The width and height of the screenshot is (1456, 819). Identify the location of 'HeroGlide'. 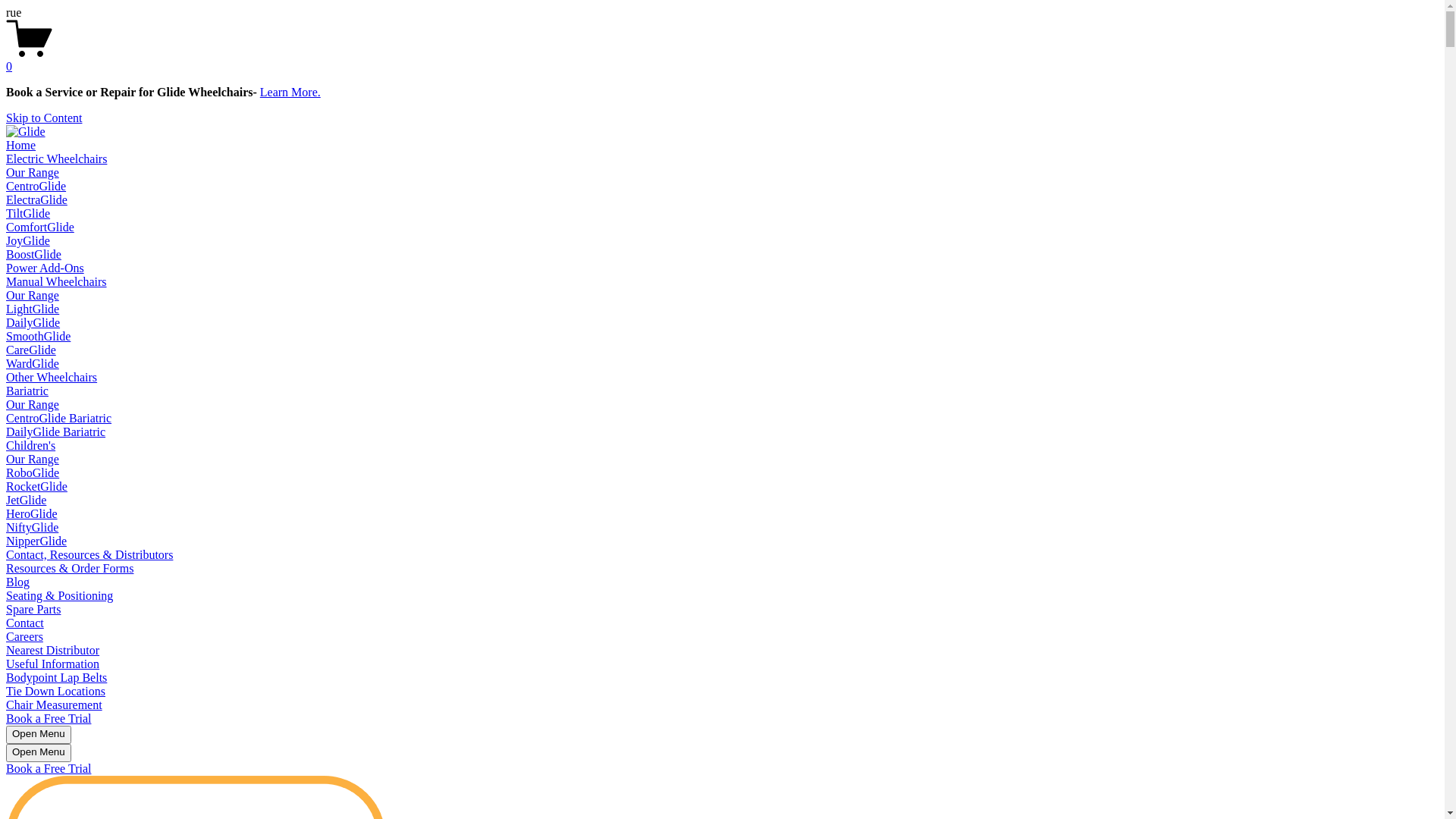
(32, 513).